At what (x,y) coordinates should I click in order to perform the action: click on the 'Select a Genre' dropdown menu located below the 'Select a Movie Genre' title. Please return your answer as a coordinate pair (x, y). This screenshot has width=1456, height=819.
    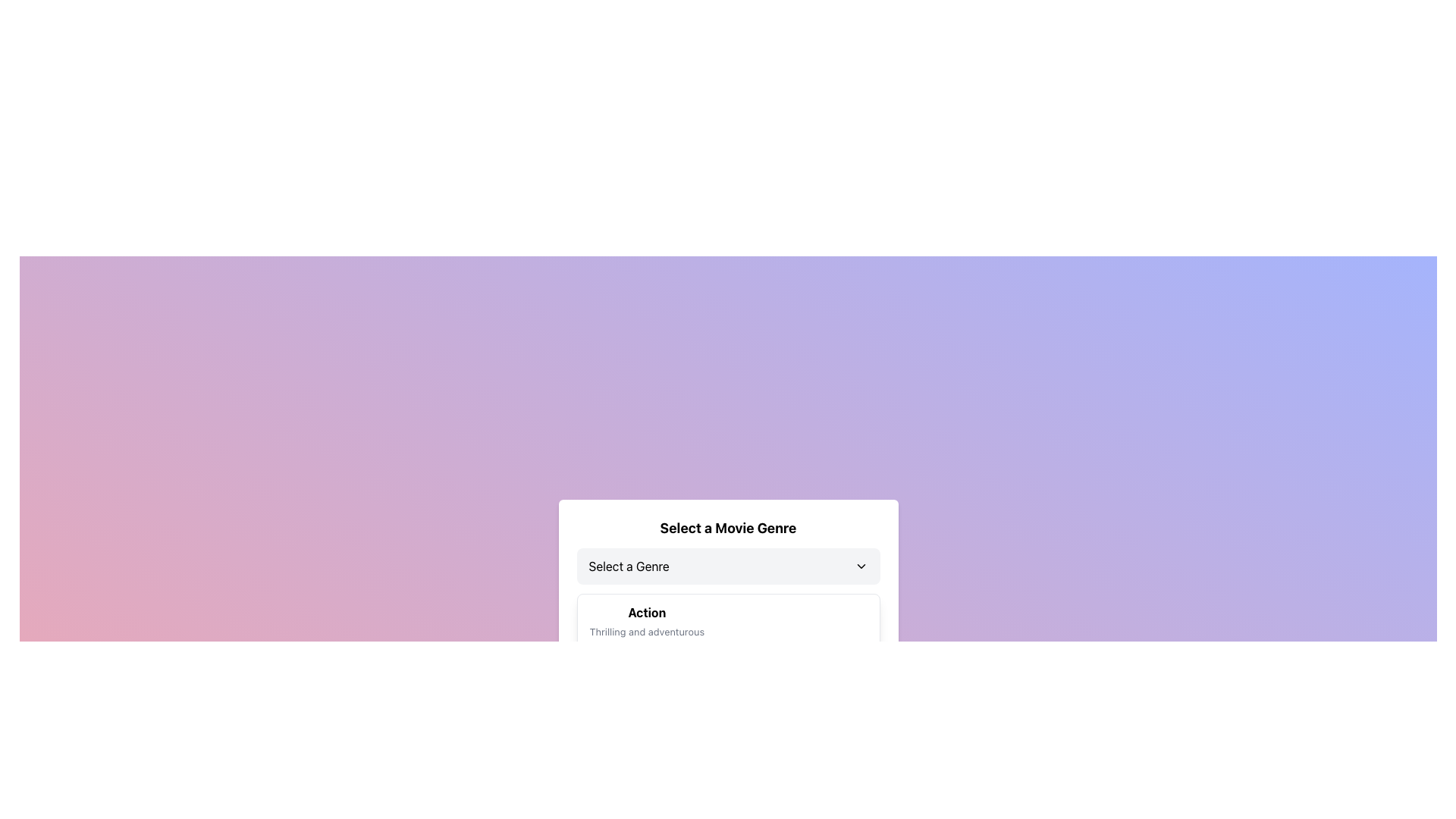
    Looking at the image, I should click on (728, 566).